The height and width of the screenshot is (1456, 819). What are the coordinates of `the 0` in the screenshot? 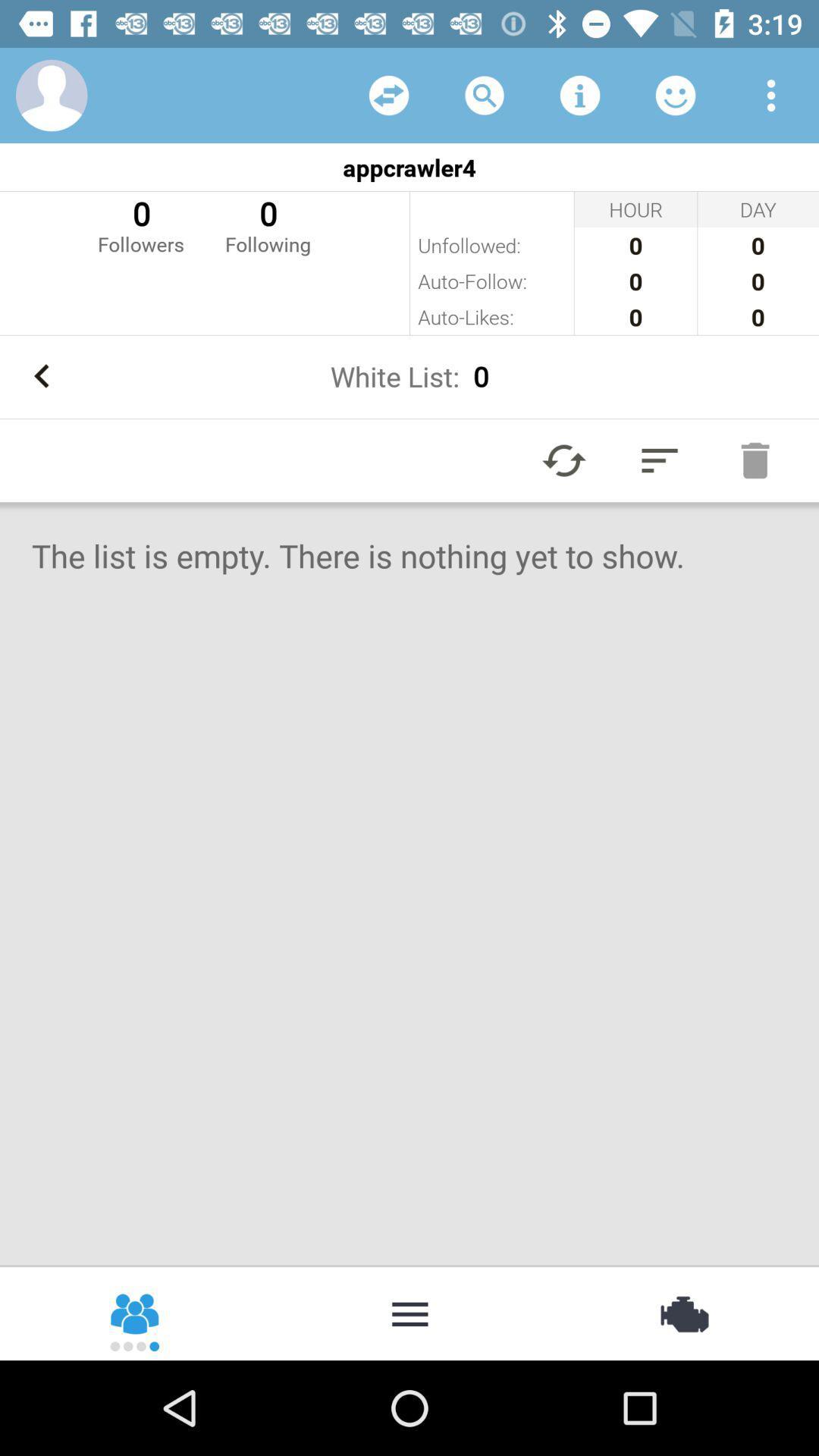 It's located at (140, 224).